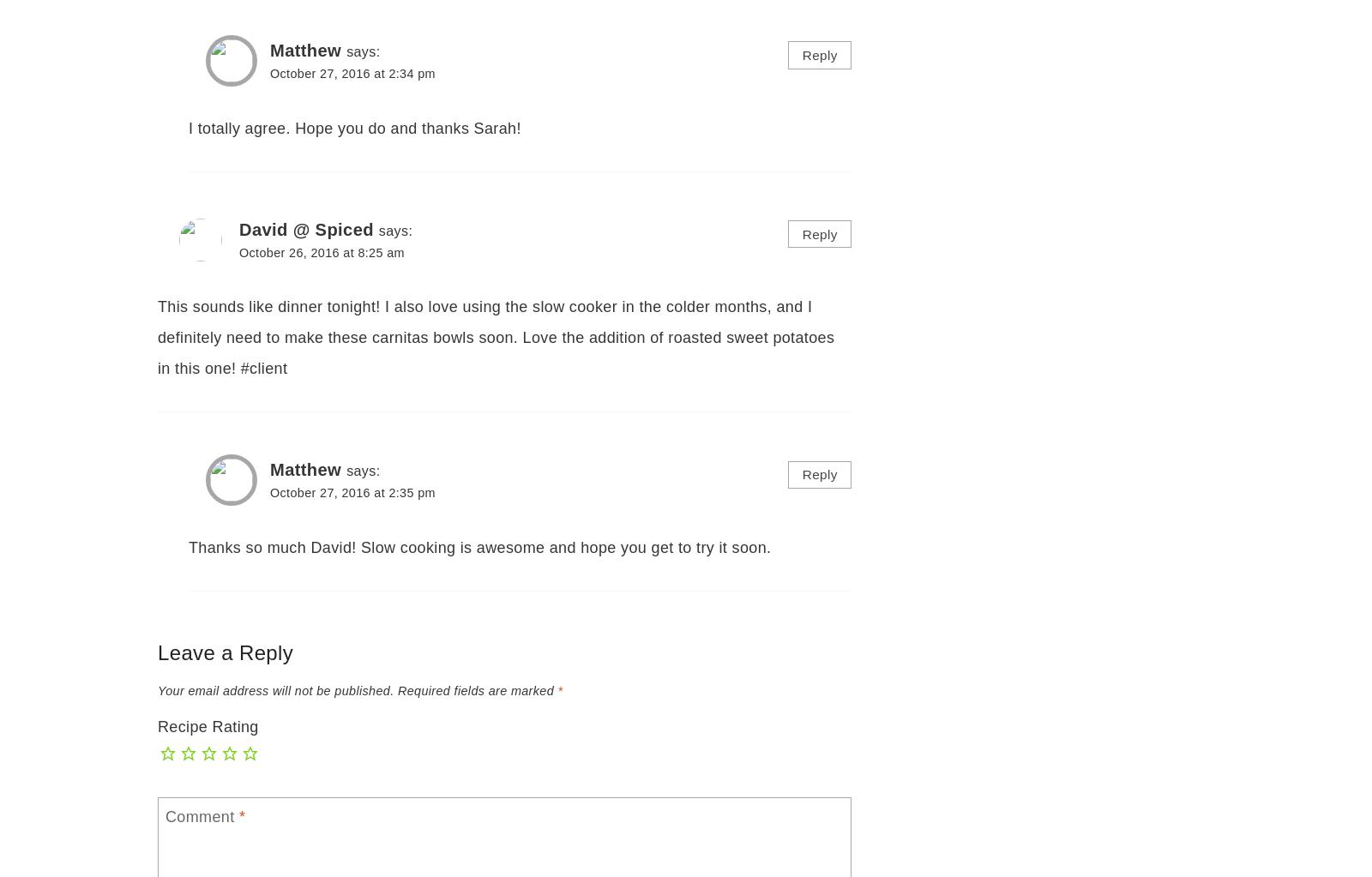 This screenshot has height=877, width=1372. What do you see at coordinates (495, 336) in the screenshot?
I see `'This sounds like dinner tonight!  I also love using the slow cooker in the colder months, and I definitely need to make these carnitas bowls soon.  Love the addition of roasted sweet potatoes in this one! #client'` at bounding box center [495, 336].